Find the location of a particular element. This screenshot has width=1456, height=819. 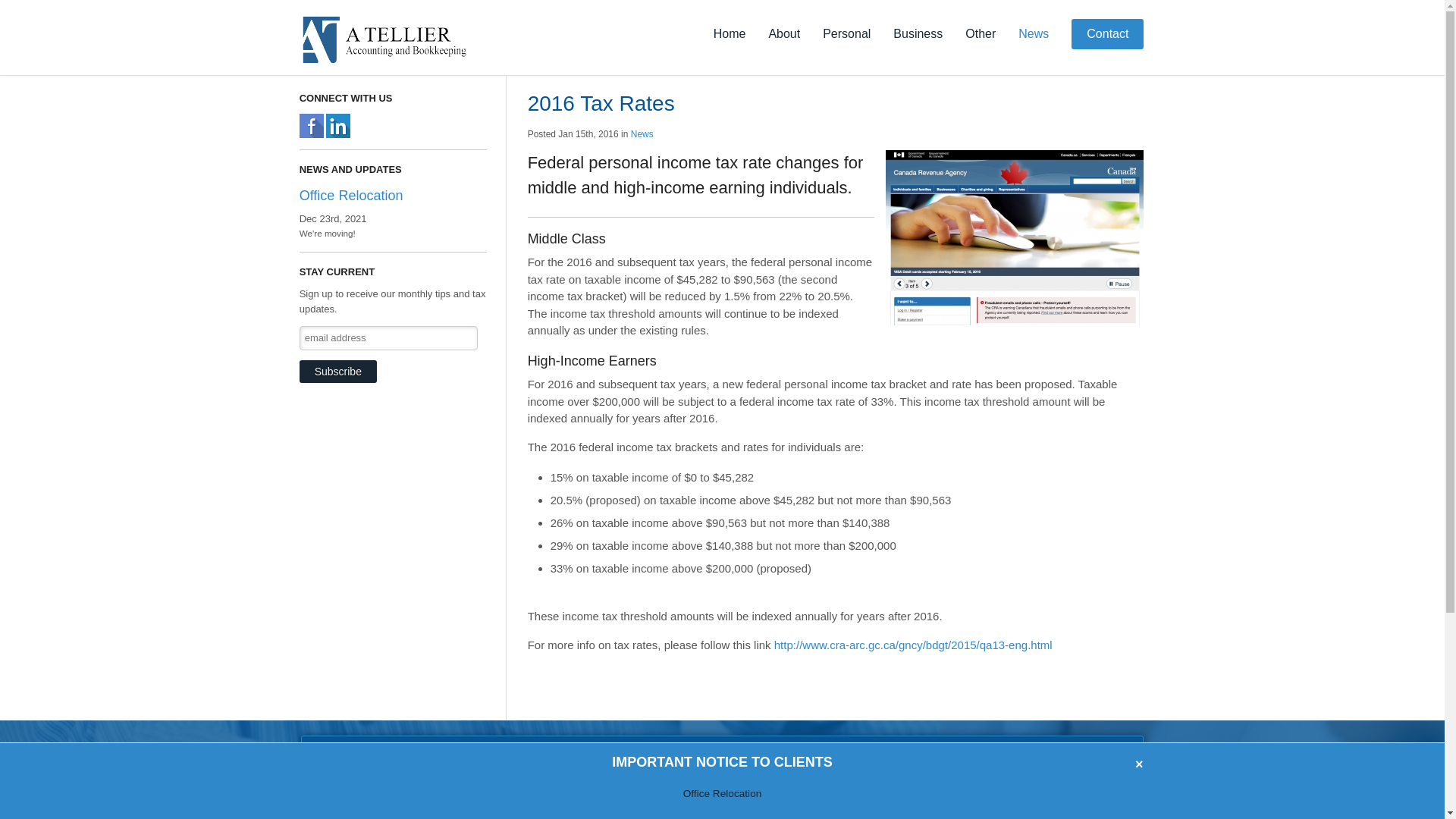

'A Tellier Bookkeeping and Accounting, Welland, Facebook' is located at coordinates (311, 124).